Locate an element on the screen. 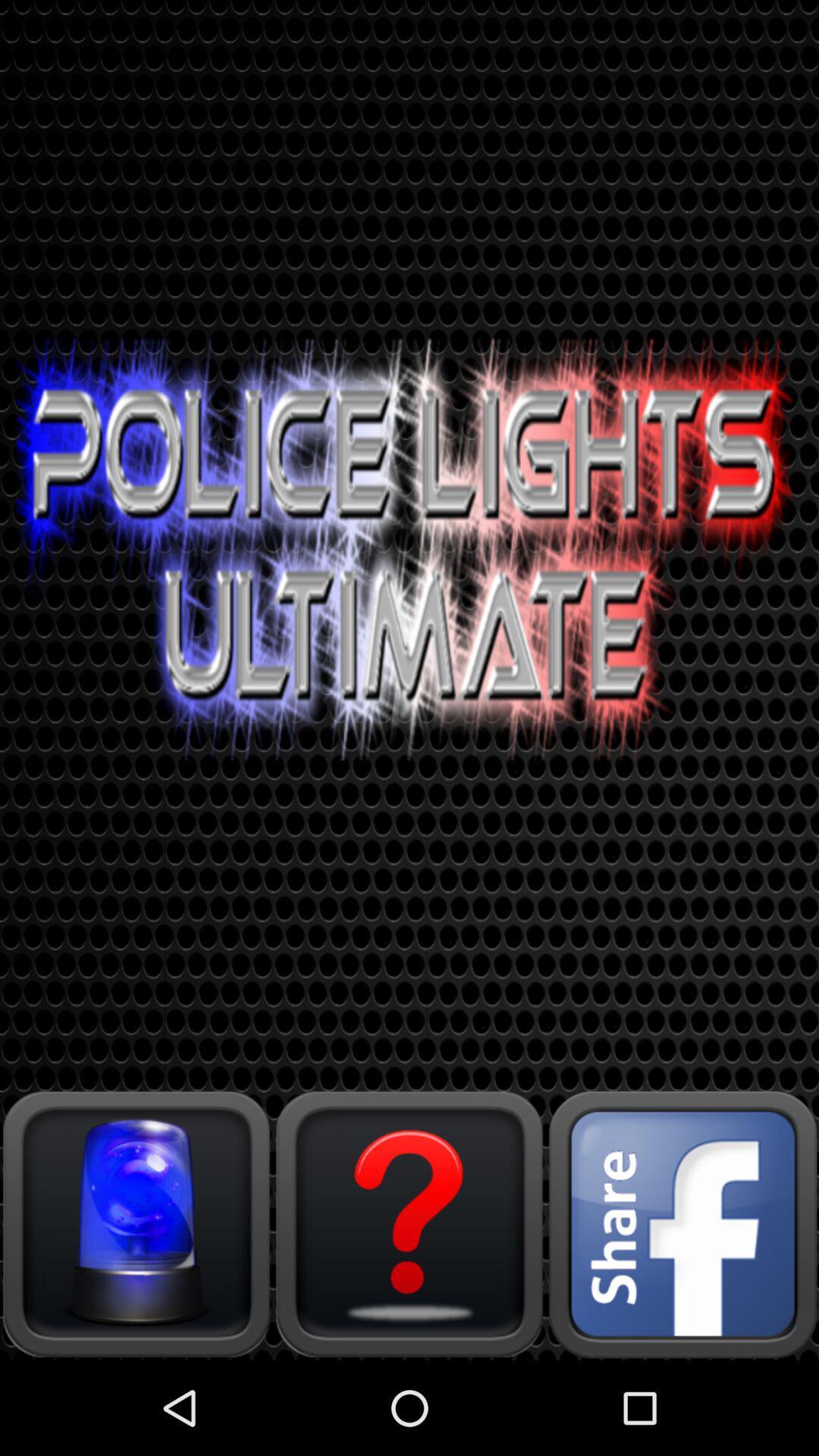  alarm option is located at coordinates (136, 1223).